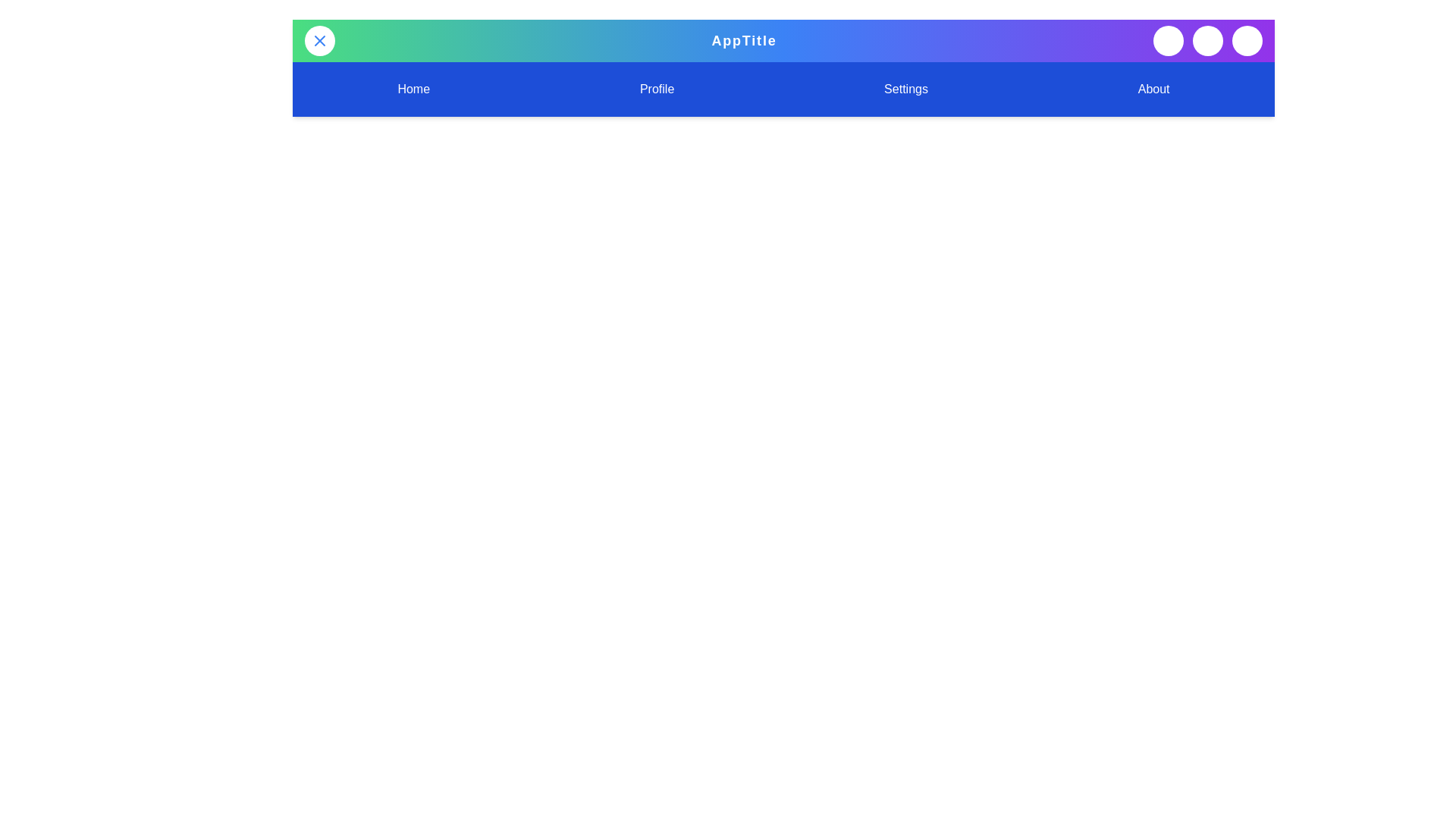 This screenshot has width=1456, height=819. I want to click on the 'Search' button, so click(1167, 40).